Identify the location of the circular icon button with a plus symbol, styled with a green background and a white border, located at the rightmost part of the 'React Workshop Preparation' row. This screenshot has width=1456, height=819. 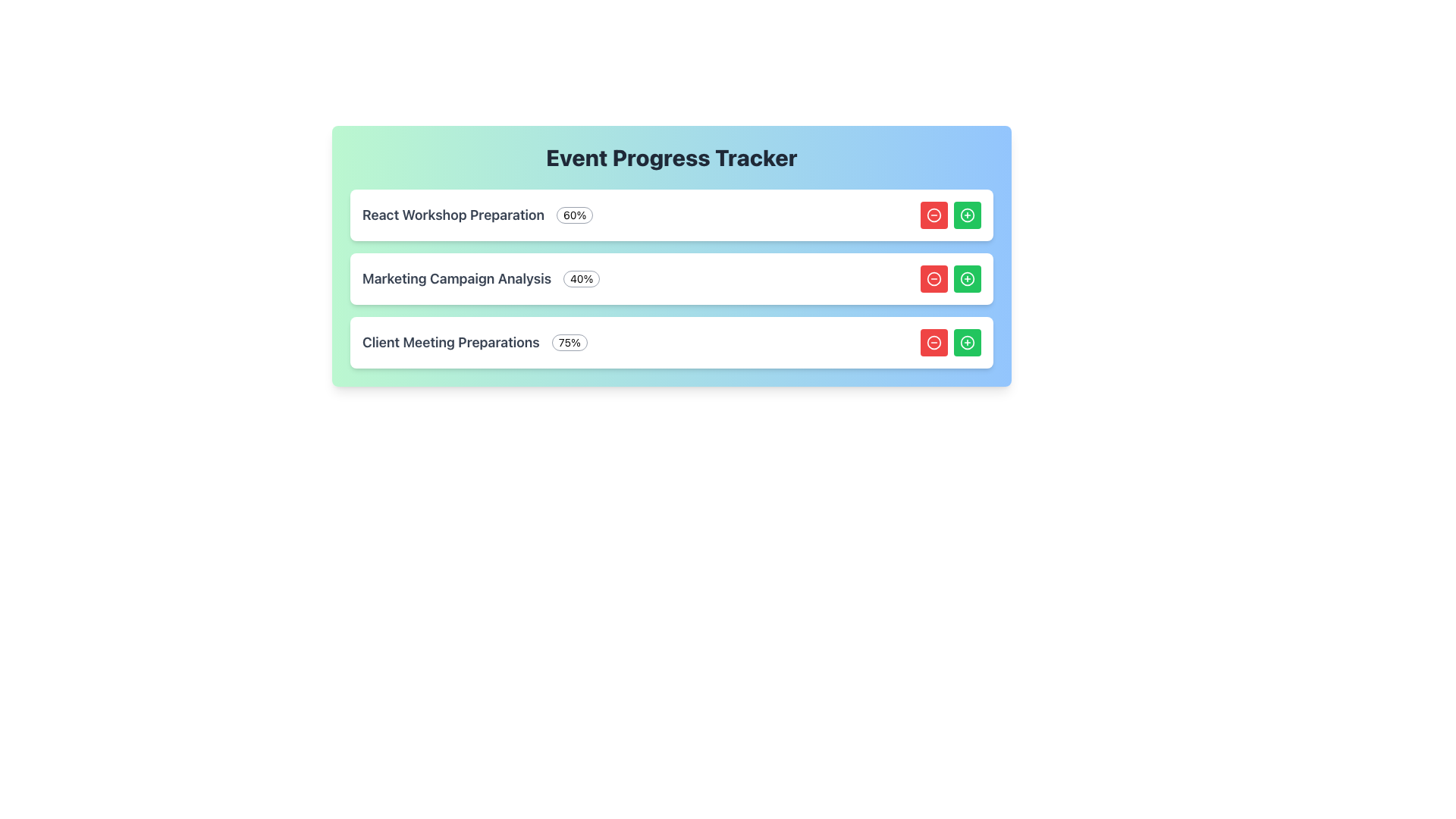
(967, 215).